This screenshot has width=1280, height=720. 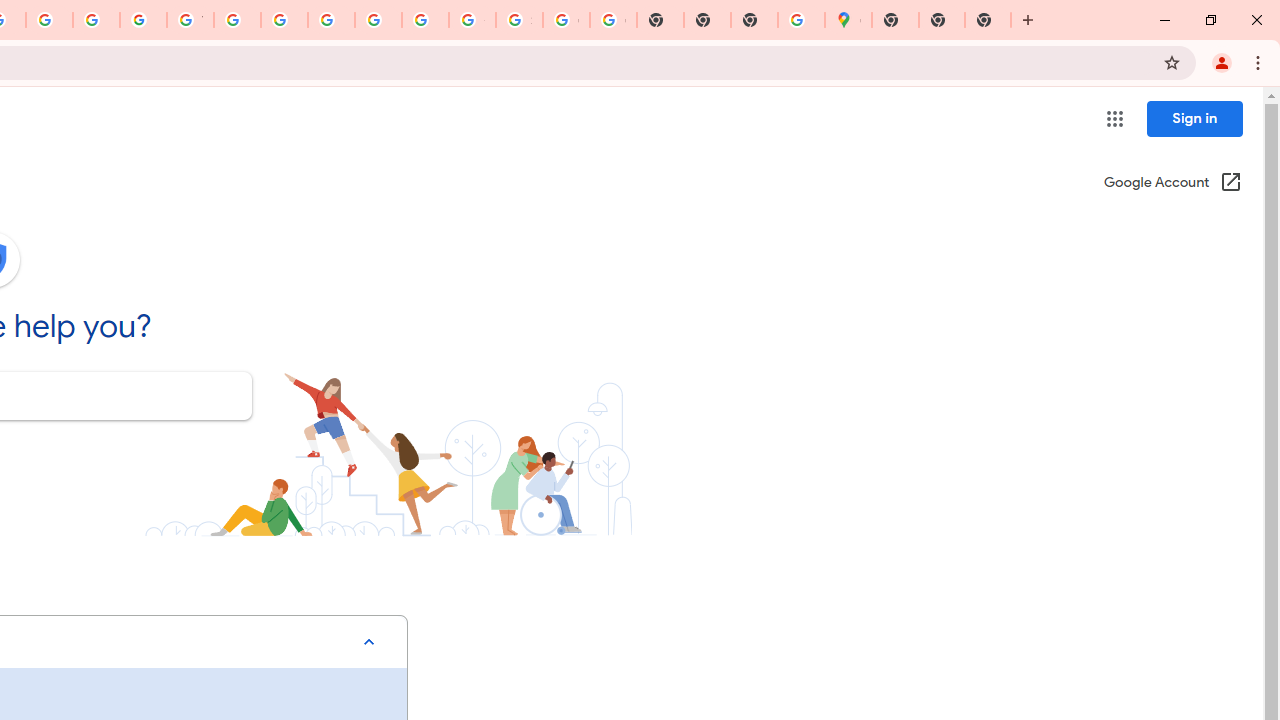 What do you see at coordinates (801, 20) in the screenshot?
I see `'Use Google Maps in Space - Google Maps Help'` at bounding box center [801, 20].